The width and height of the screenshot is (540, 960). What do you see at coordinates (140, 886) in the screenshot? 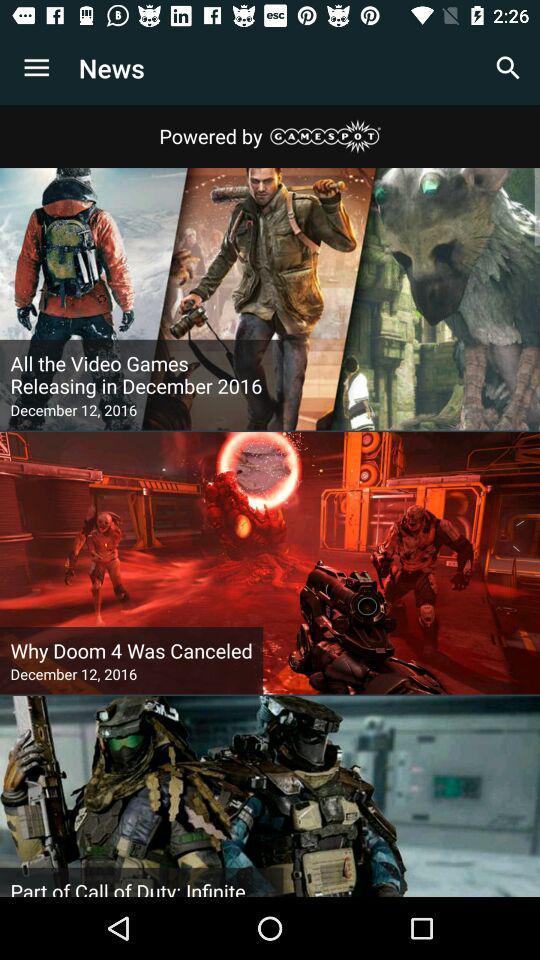
I see `part of call` at bounding box center [140, 886].